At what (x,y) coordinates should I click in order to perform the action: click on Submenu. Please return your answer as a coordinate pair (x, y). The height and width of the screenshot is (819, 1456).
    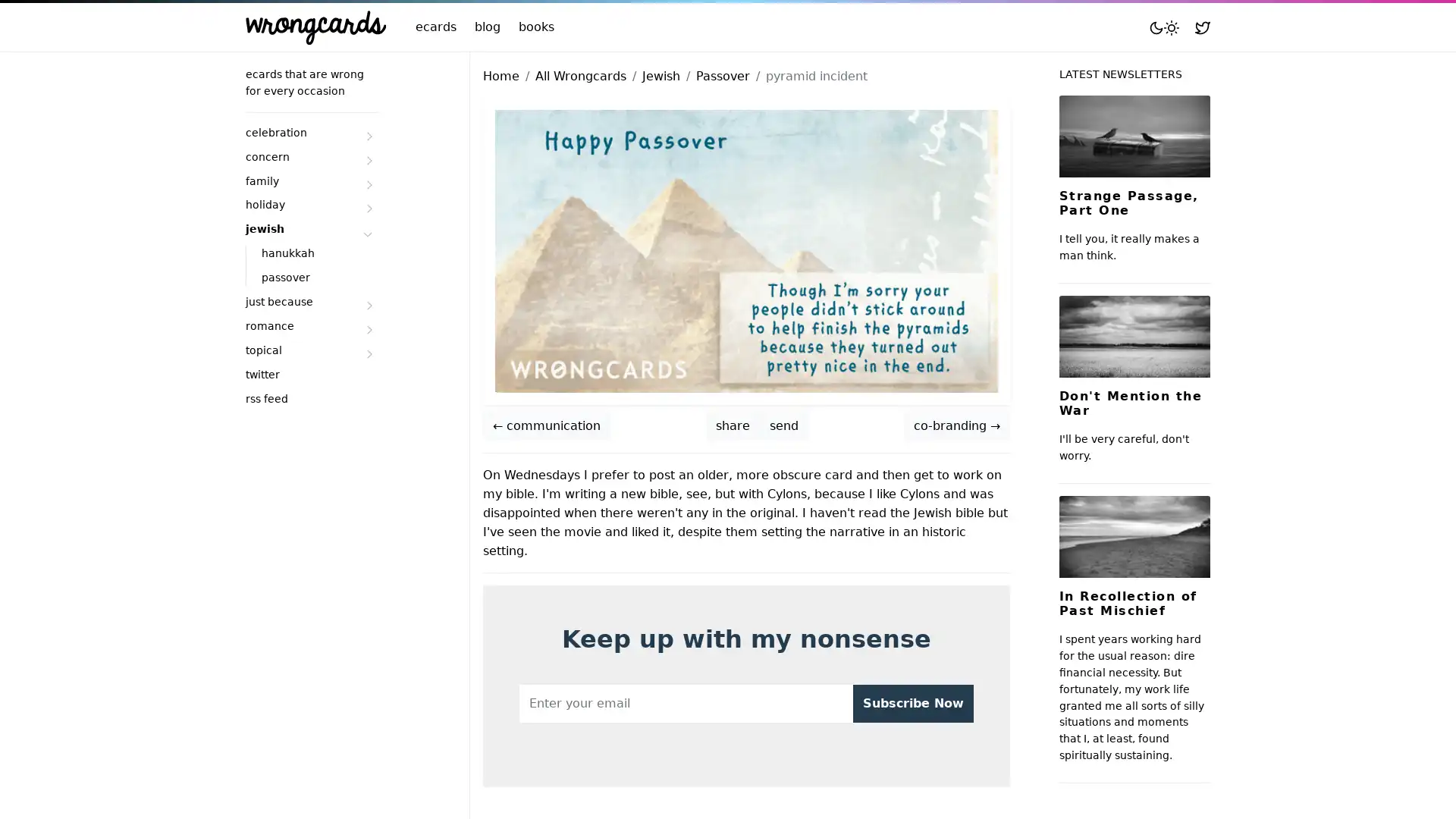
    Looking at the image, I should click on (367, 208).